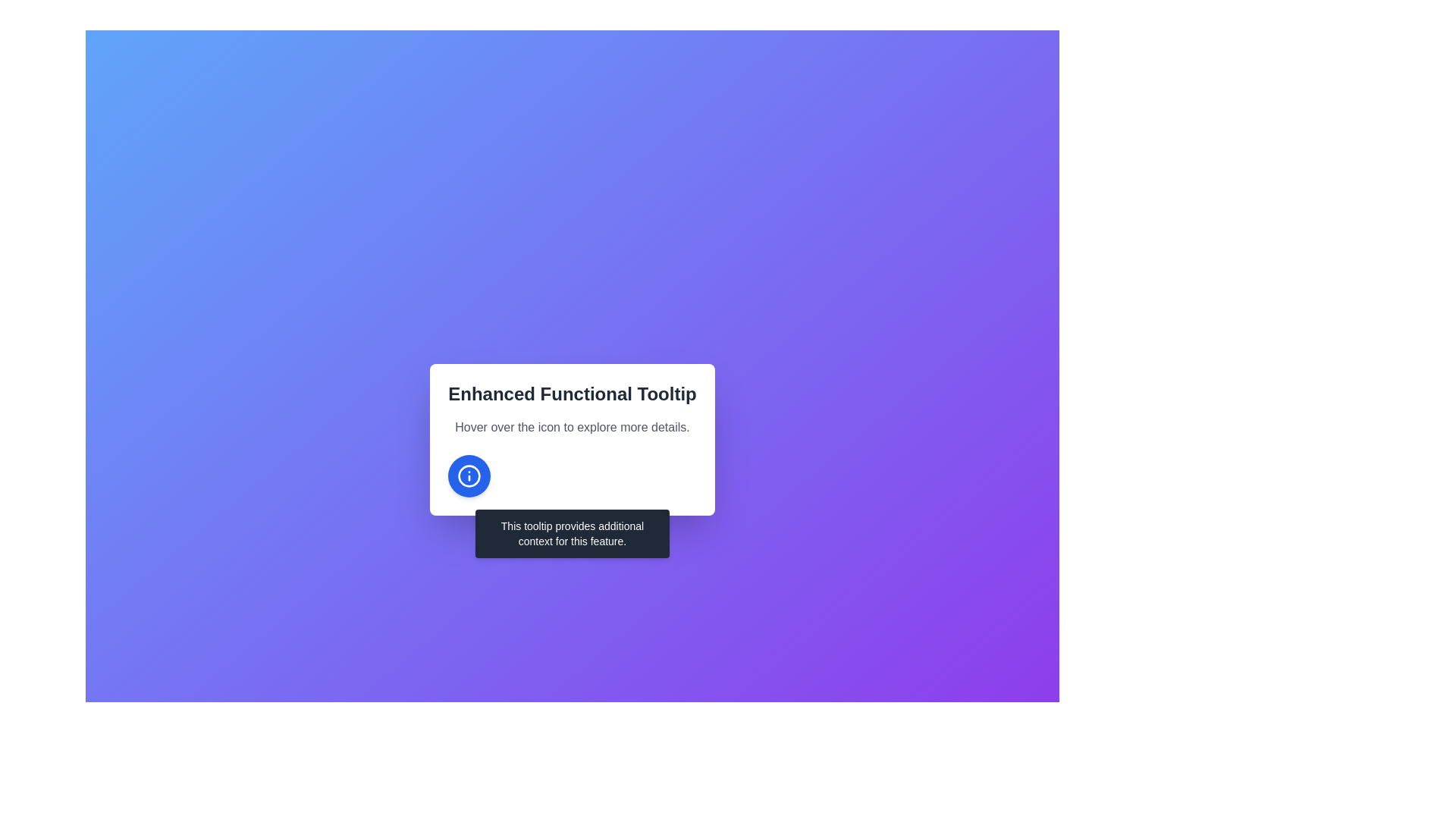 The image size is (1456, 819). Describe the element at coordinates (469, 475) in the screenshot. I see `the interactive informational icon (SVG) located at the bottom-left corner of the white tooltip box` at that location.